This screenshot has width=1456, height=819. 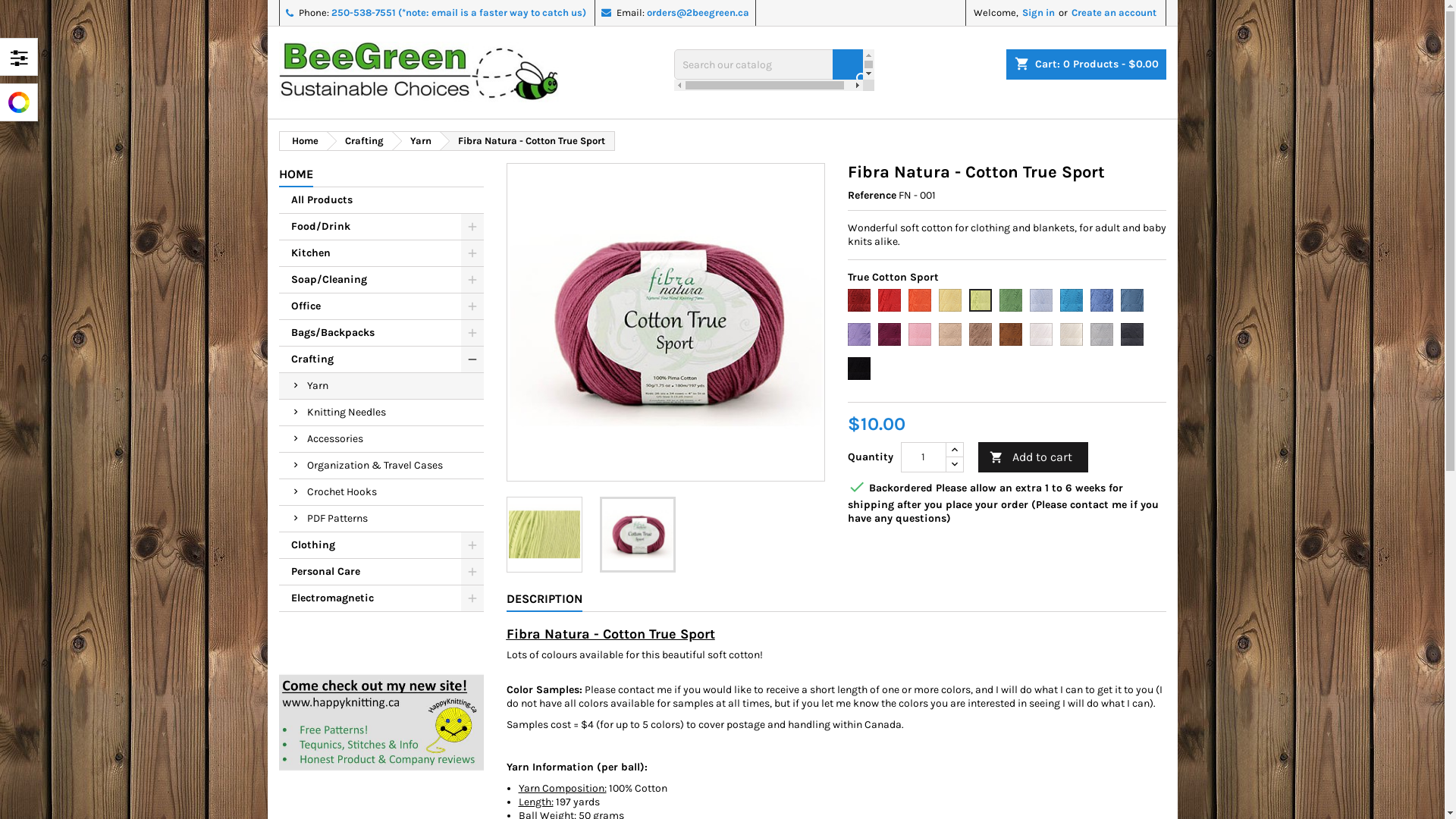 What do you see at coordinates (696, 12) in the screenshot?
I see `'orders@2beegreen.ca'` at bounding box center [696, 12].